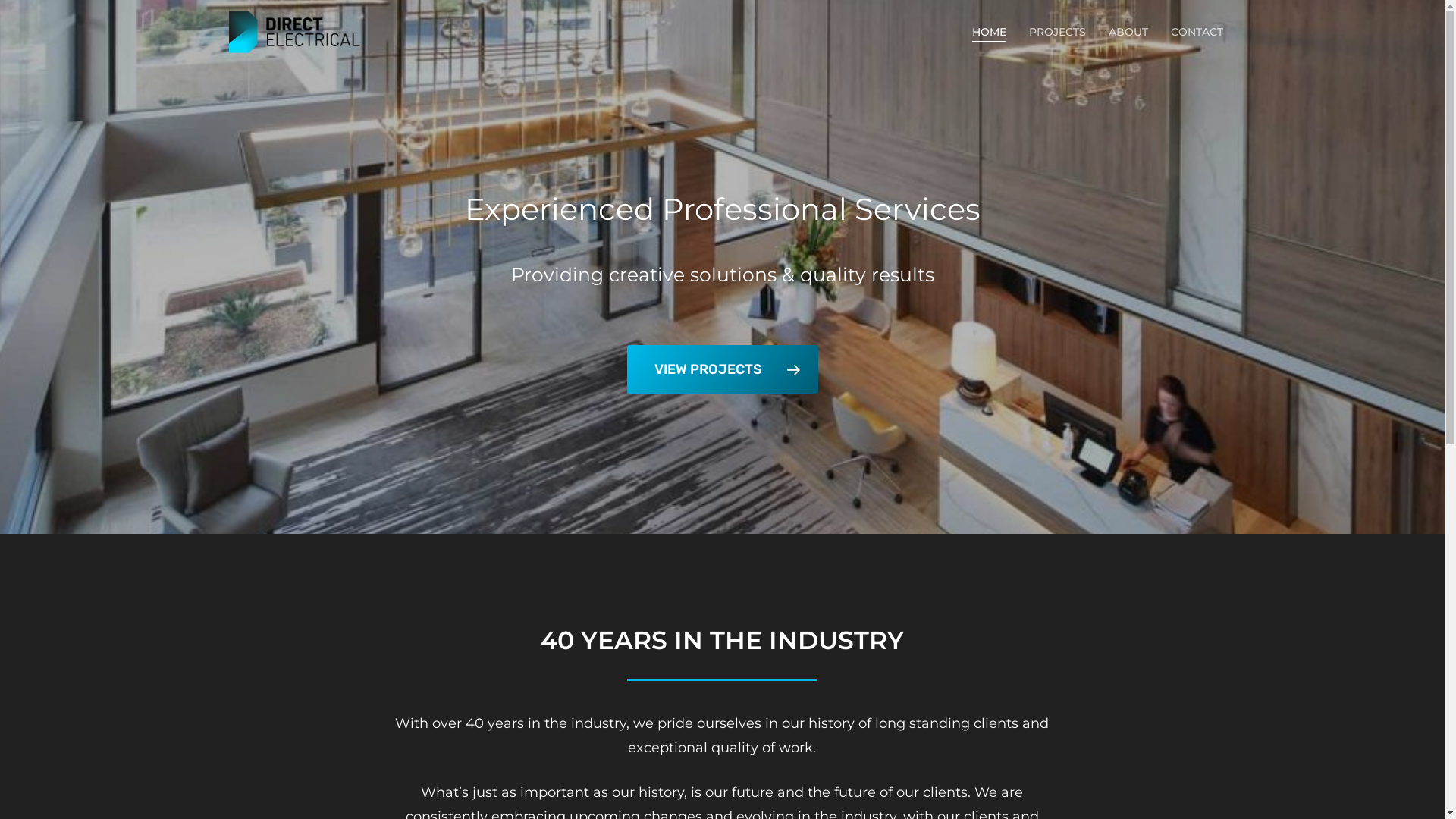 Image resolution: width=1456 pixels, height=819 pixels. I want to click on 'PROJECTS', so click(1028, 32).